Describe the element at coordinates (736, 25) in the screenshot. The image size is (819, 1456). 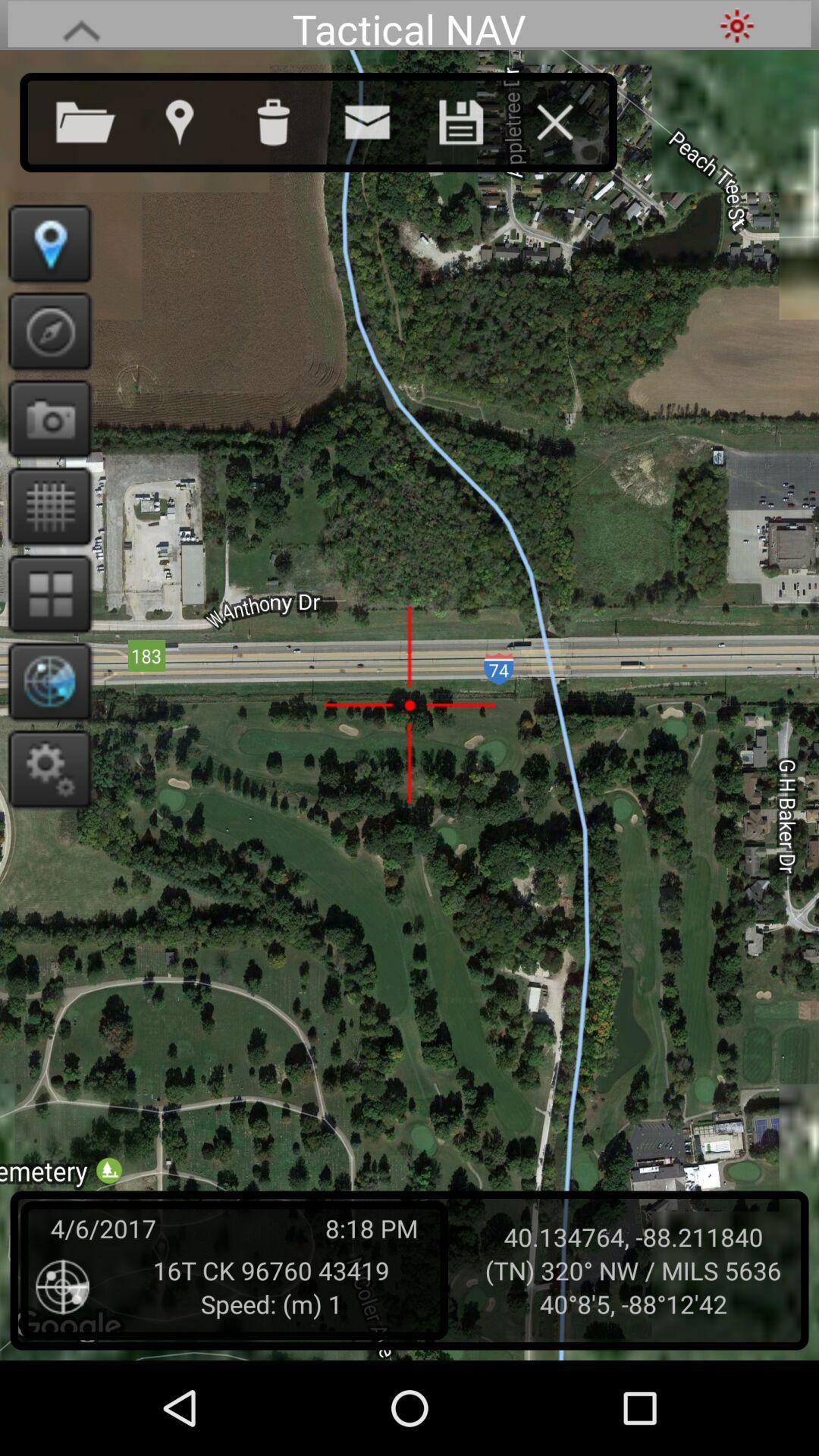
I see `change brightness` at that location.